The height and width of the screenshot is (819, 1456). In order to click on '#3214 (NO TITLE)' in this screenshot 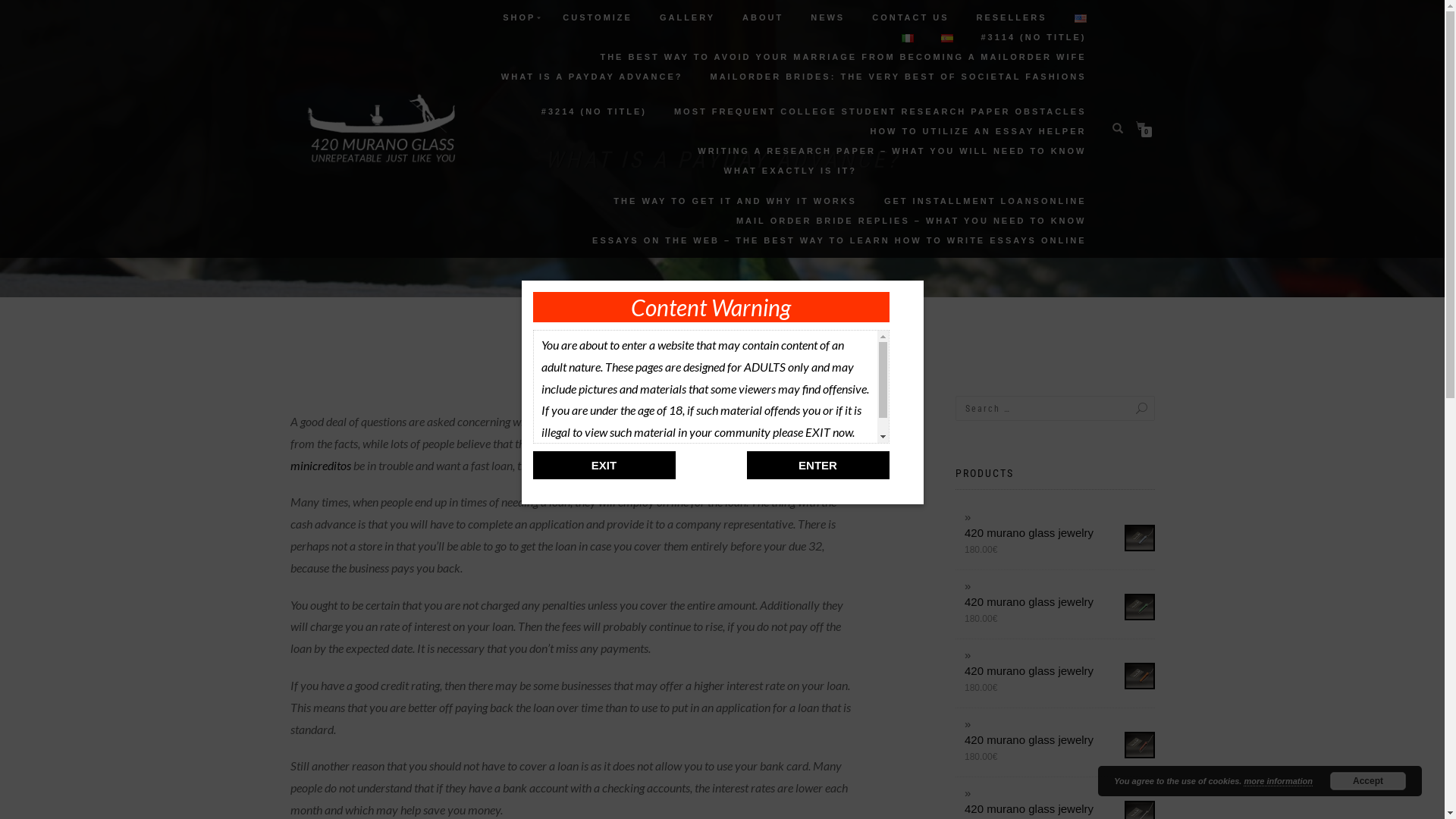, I will do `click(593, 110)`.